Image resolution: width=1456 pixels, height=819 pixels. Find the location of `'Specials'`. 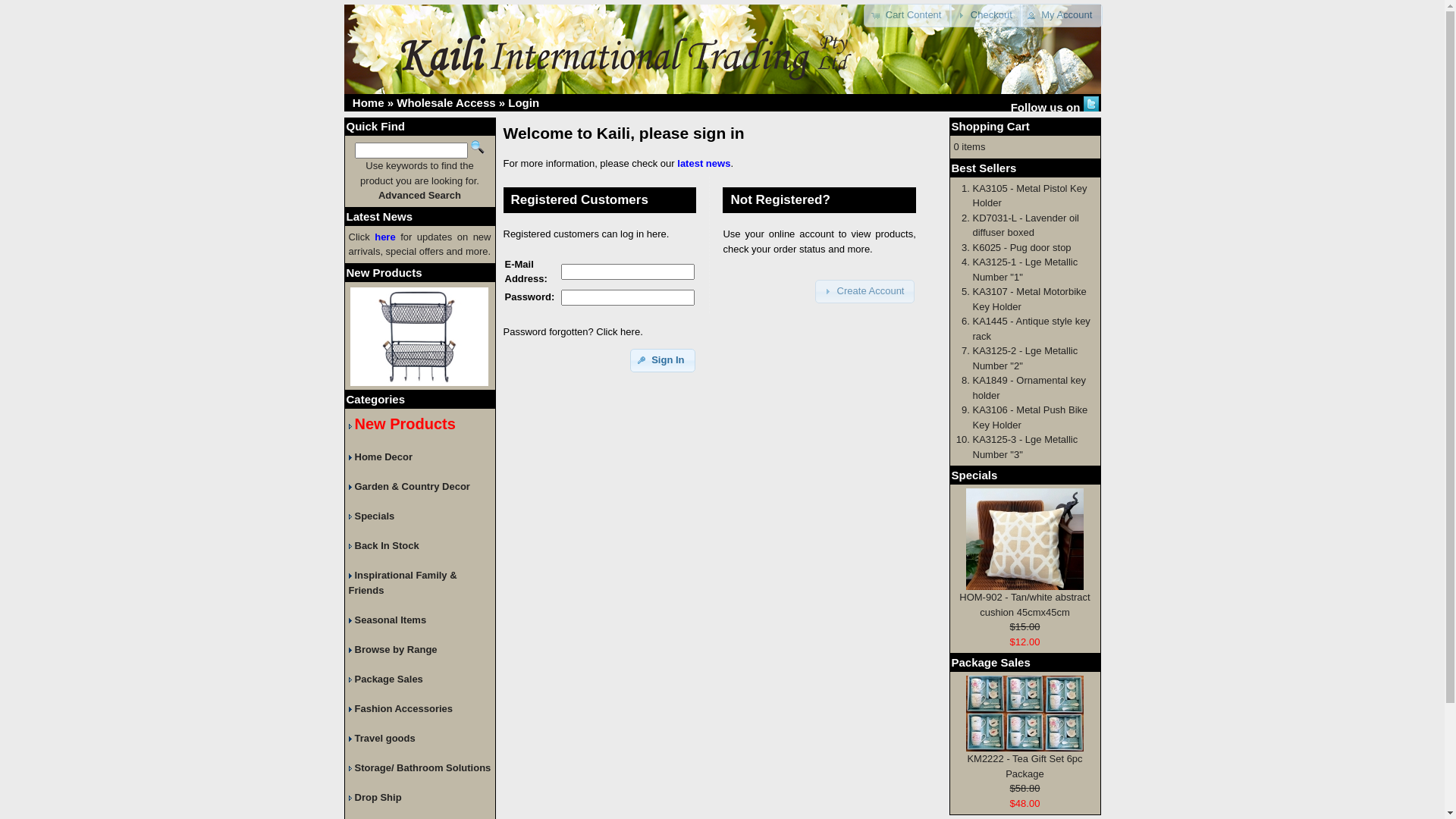

'Specials' is located at coordinates (348, 515).